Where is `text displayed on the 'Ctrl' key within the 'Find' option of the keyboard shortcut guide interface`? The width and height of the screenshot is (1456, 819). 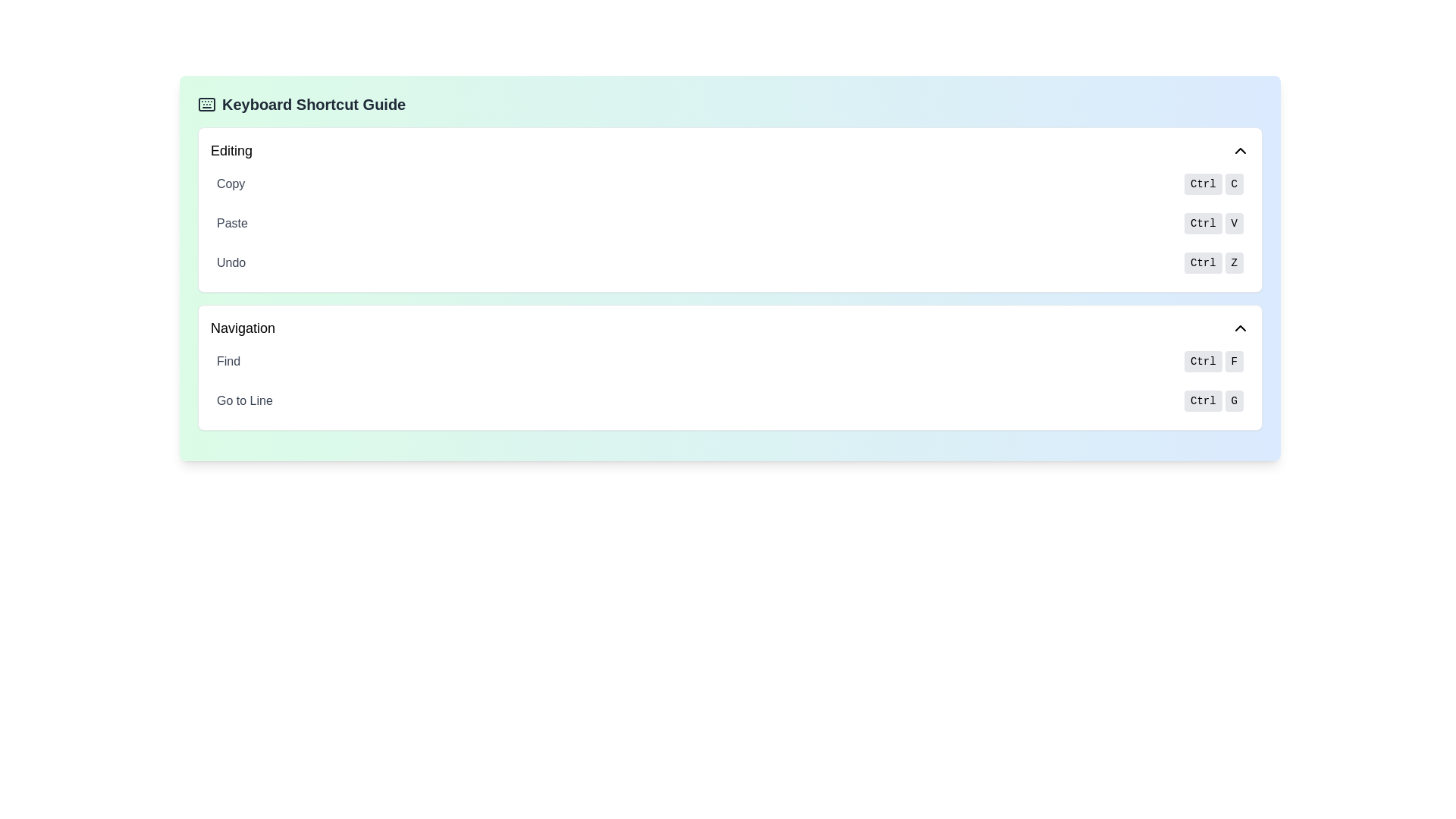 text displayed on the 'Ctrl' key within the 'Find' option of the keyboard shortcut guide interface is located at coordinates (1202, 362).